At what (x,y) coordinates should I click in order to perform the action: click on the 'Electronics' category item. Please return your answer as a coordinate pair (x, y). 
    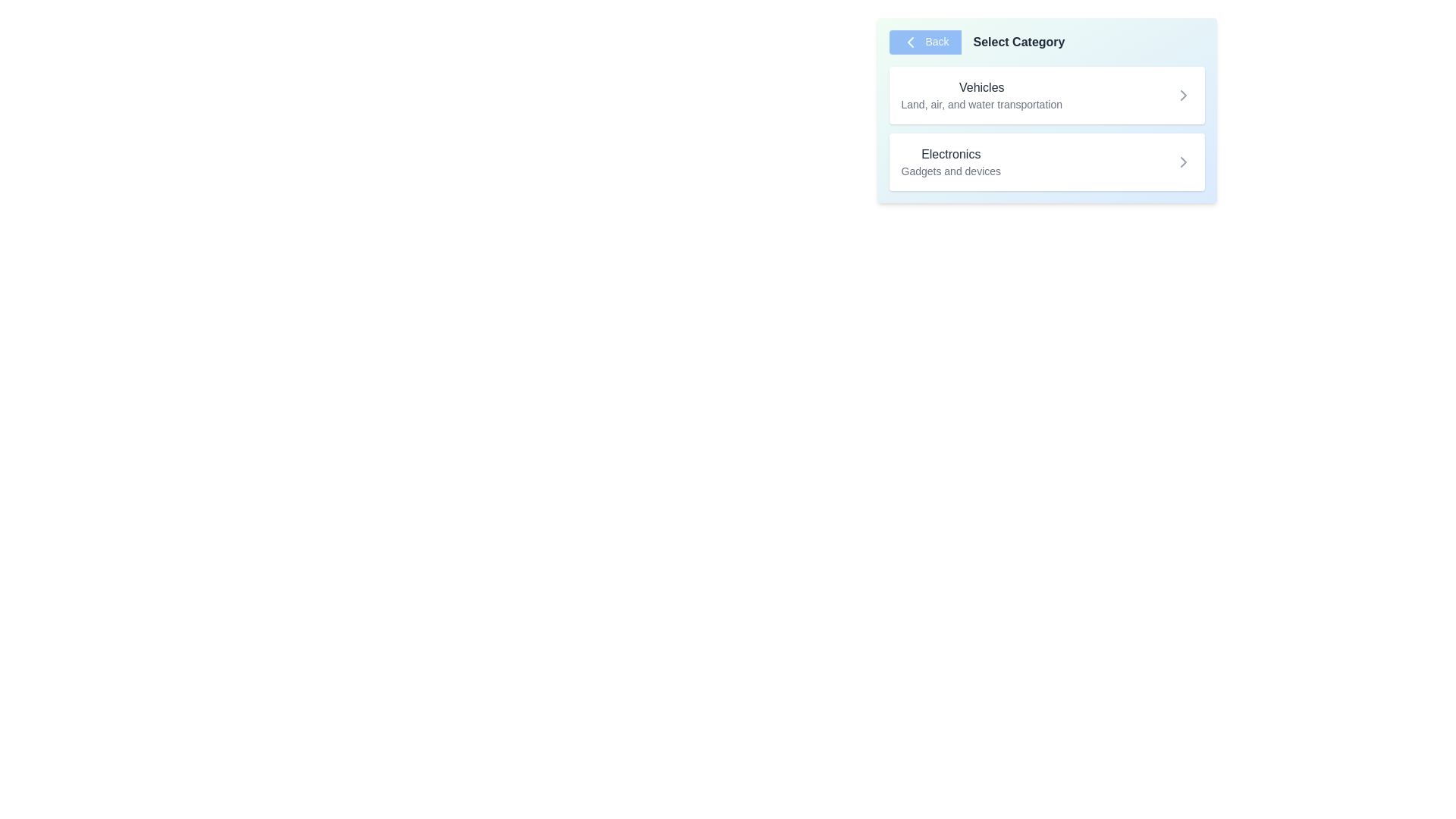
    Looking at the image, I should click on (950, 162).